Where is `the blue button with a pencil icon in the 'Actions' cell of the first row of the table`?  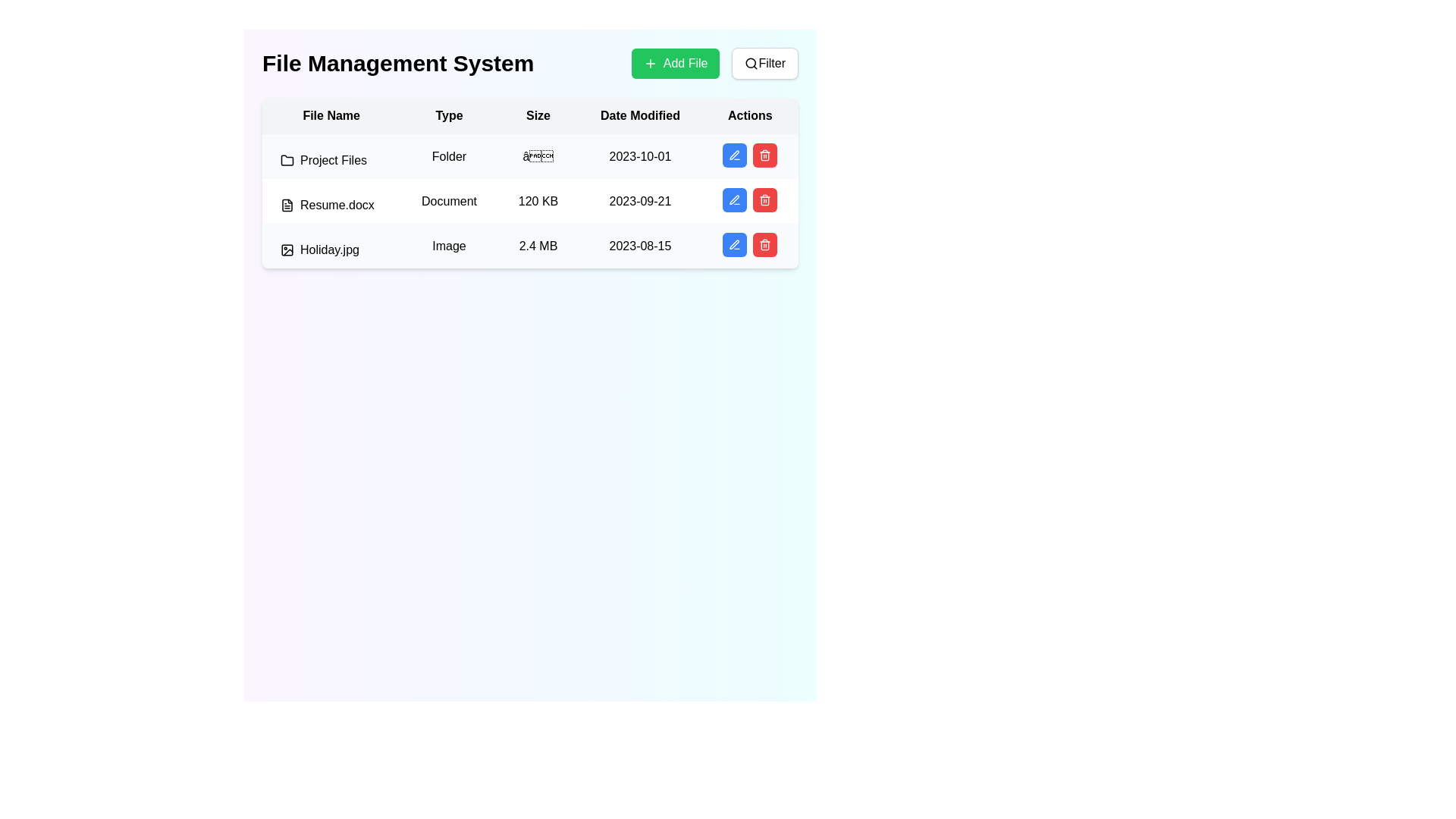
the blue button with a pencil icon in the 'Actions' cell of the first row of the table is located at coordinates (750, 155).